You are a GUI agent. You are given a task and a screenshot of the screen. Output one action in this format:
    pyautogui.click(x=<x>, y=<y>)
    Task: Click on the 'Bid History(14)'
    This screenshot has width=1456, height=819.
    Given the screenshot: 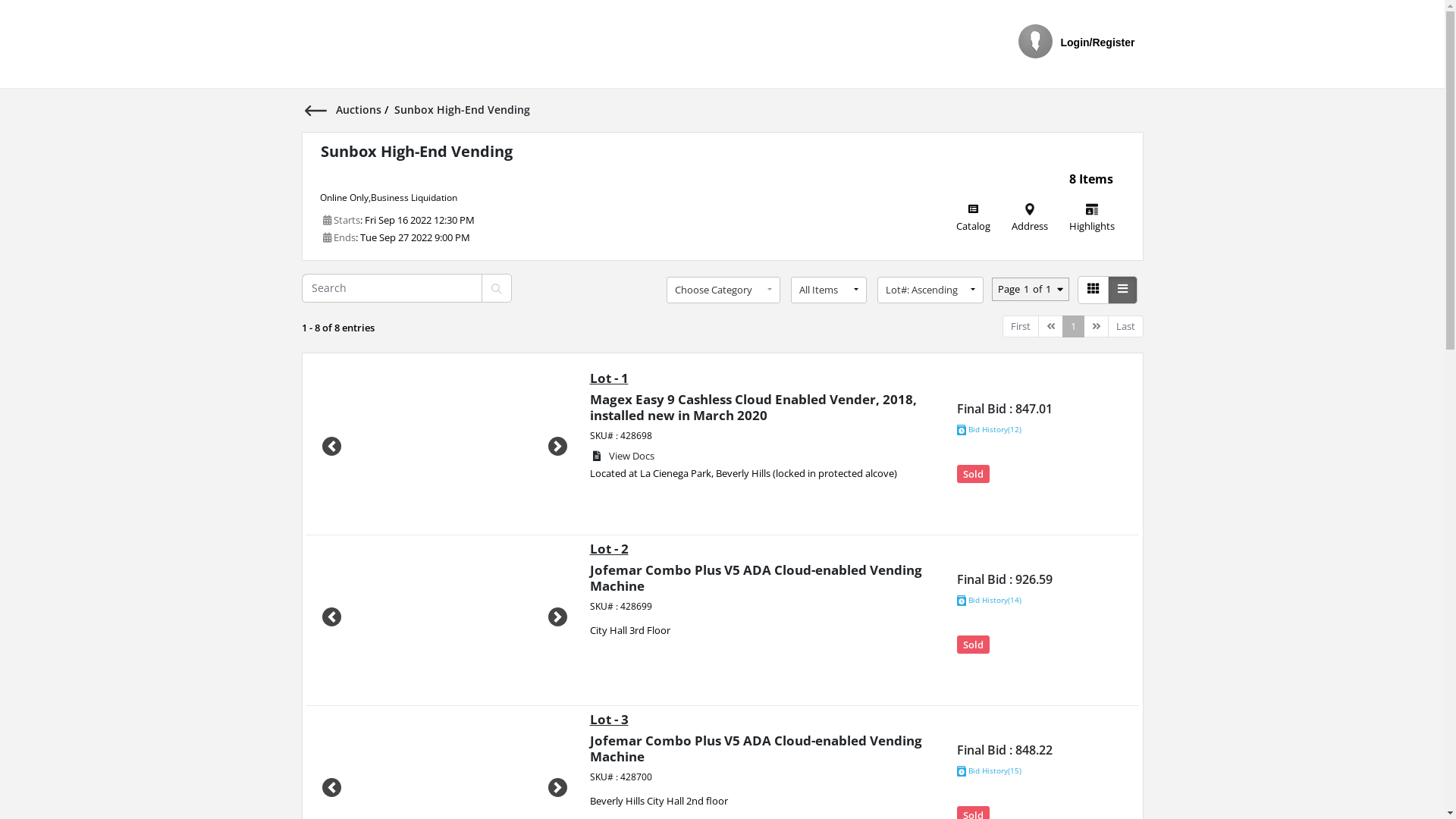 What is the action you would take?
    pyautogui.click(x=989, y=599)
    